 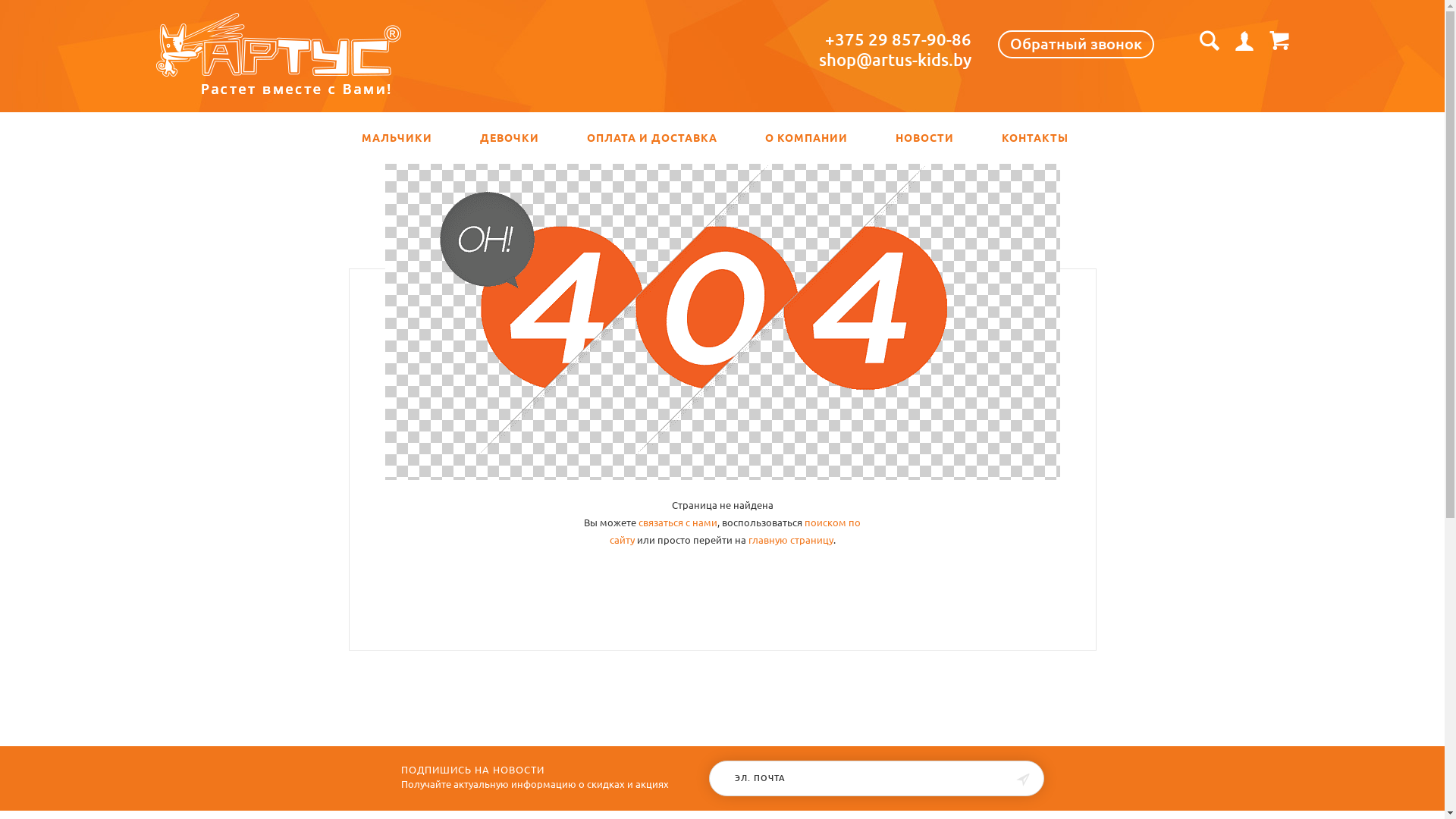 What do you see at coordinates (898, 38) in the screenshot?
I see `'+375 29 857-90-86'` at bounding box center [898, 38].